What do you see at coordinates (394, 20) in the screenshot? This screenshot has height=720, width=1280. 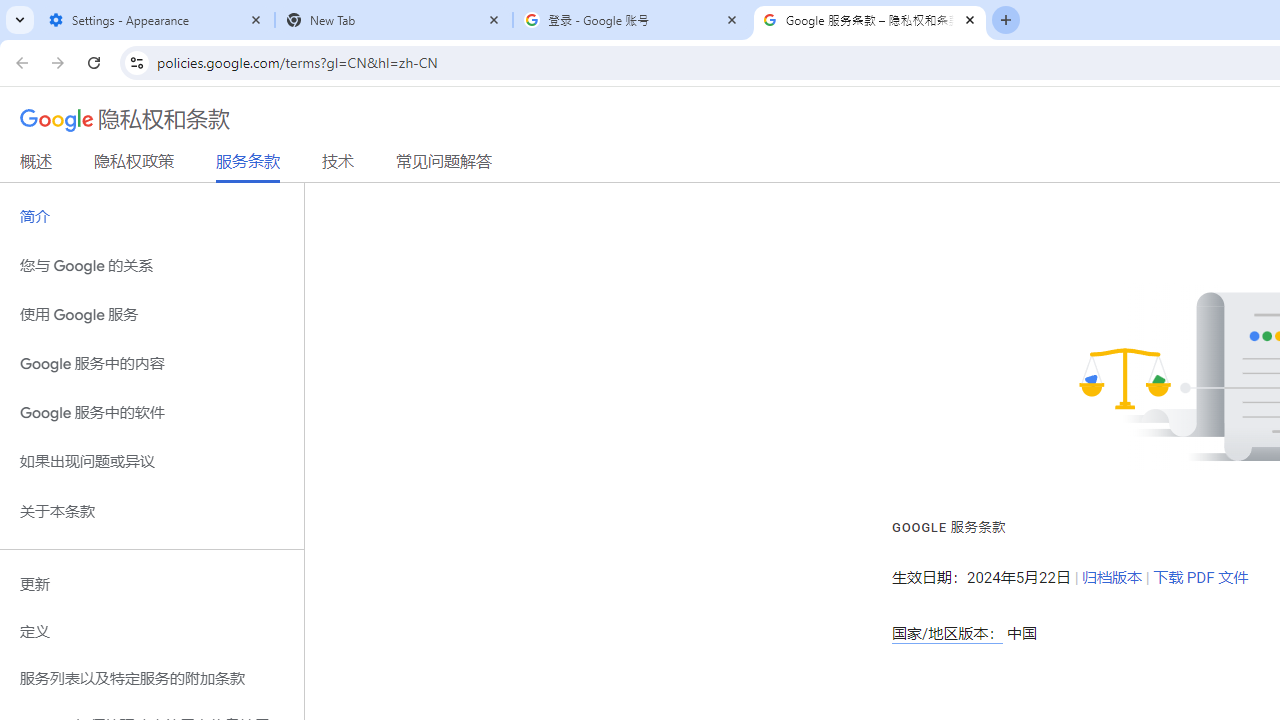 I see `'New Tab'` at bounding box center [394, 20].